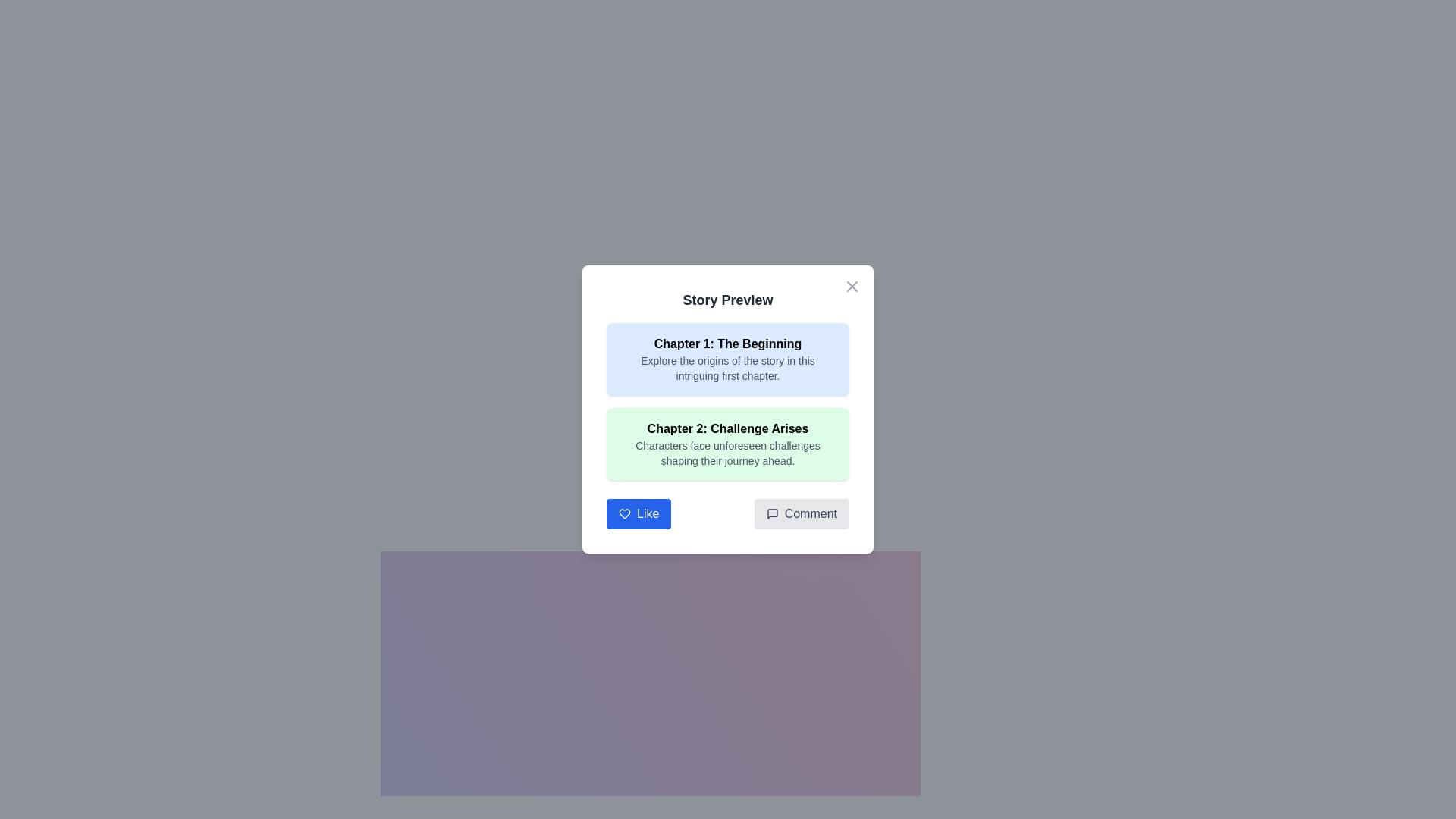  What do you see at coordinates (728, 369) in the screenshot?
I see `the text label providing a summary related to 'Chapter 1: The Beginning', which is located beneath the bold title inside a rounded rectangle with a light blue background` at bounding box center [728, 369].